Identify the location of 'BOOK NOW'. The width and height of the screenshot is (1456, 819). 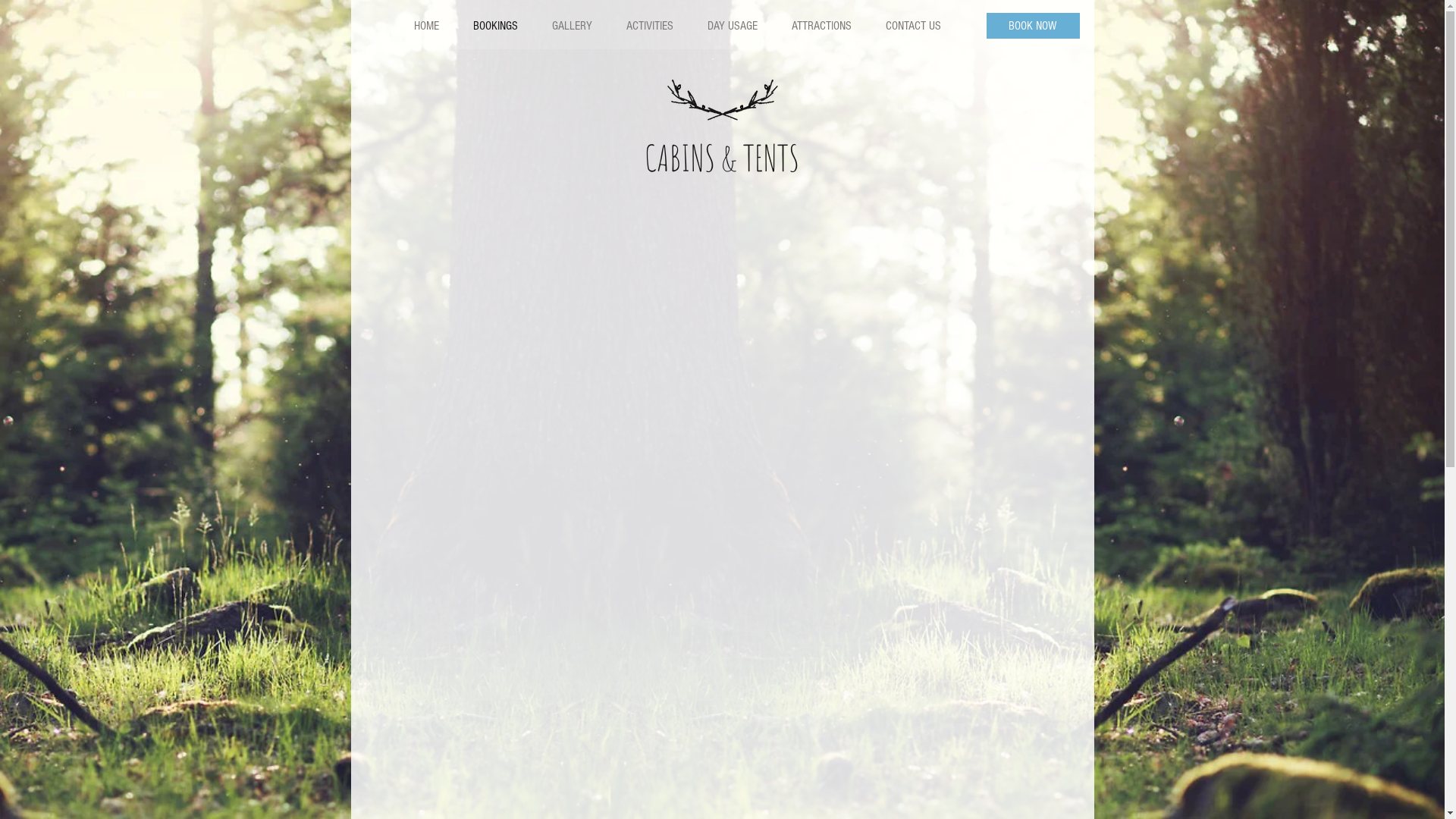
(1031, 26).